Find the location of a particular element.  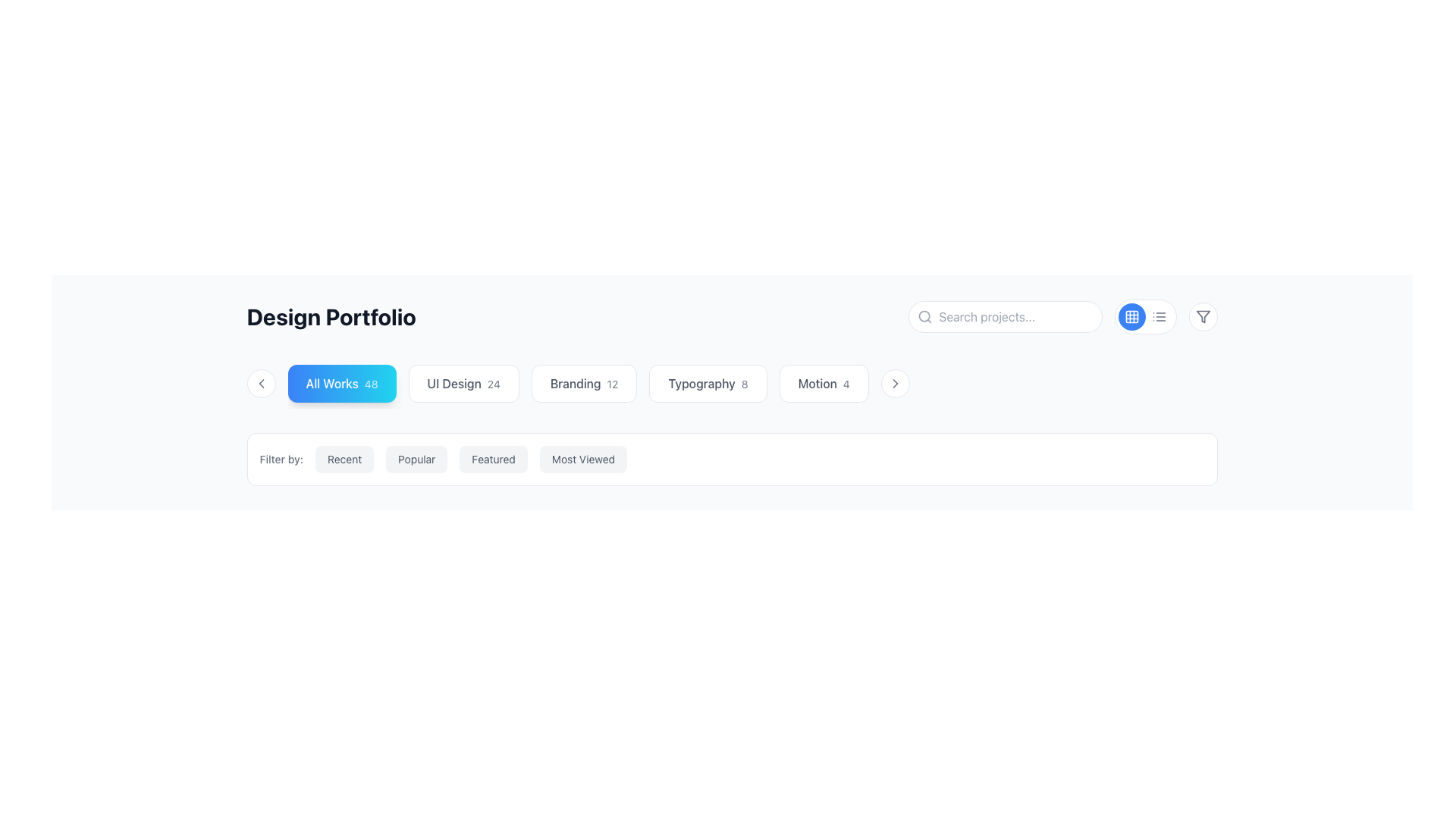

the interactive clickable tag labeled 'Branding' that displays the count '12' to filter by this category is located at coordinates (577, 382).